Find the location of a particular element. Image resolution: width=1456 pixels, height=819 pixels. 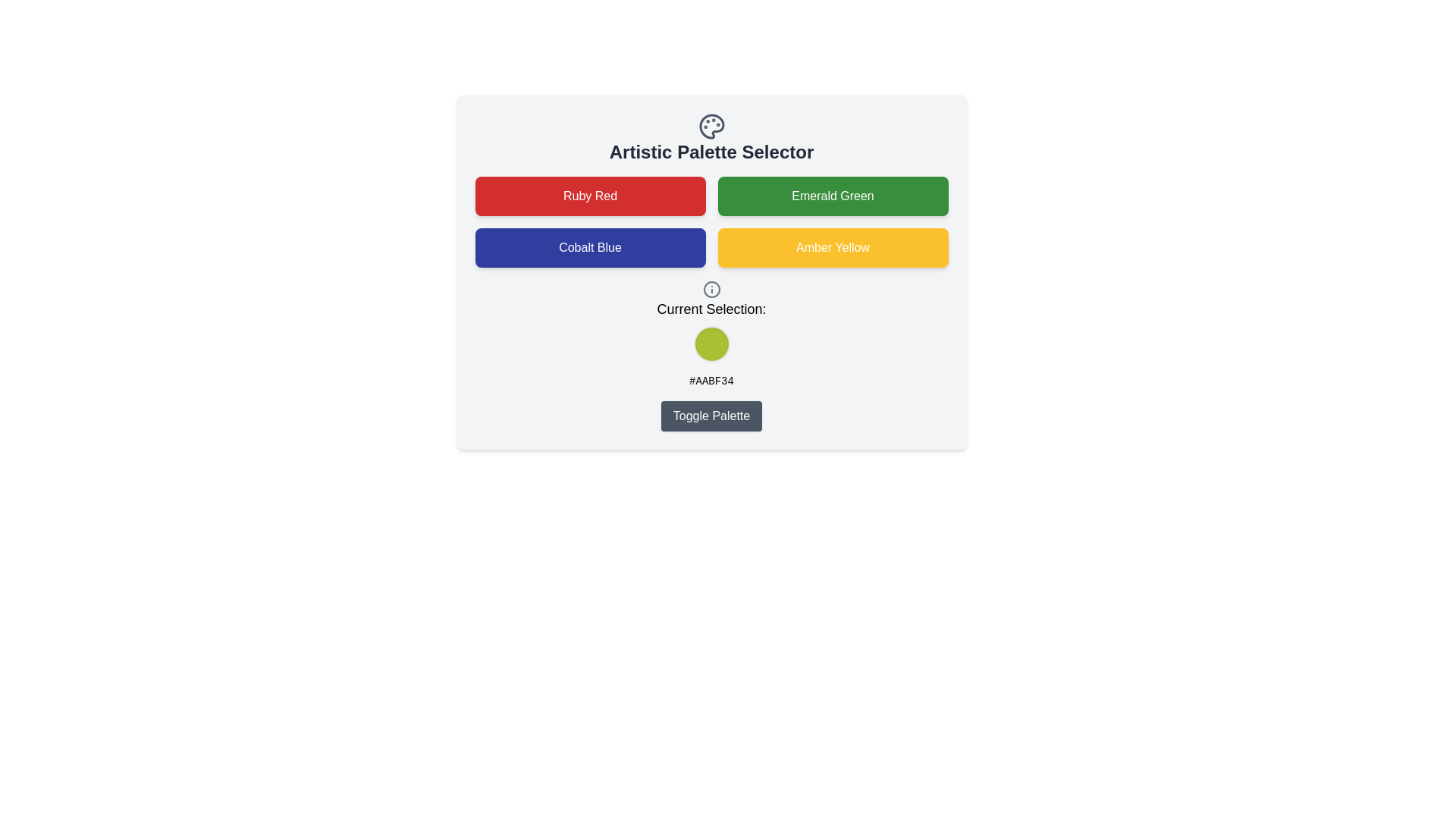

the artist's palette icon, which is a small circular icon with paint dabs, located centrally above the 'Artistic Palette Selector' text is located at coordinates (711, 125).